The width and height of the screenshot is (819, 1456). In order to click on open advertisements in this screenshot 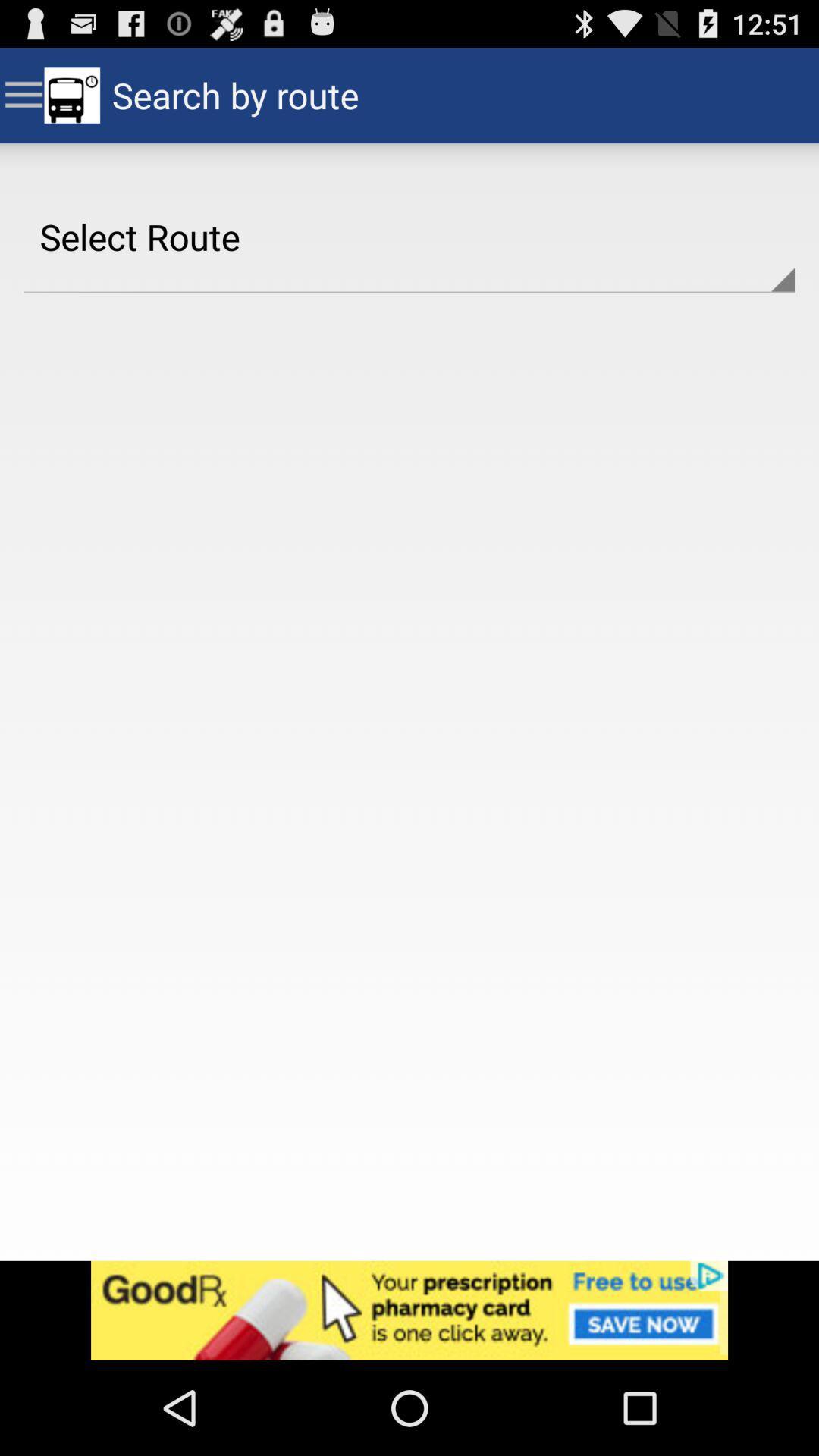, I will do `click(409, 1310)`.